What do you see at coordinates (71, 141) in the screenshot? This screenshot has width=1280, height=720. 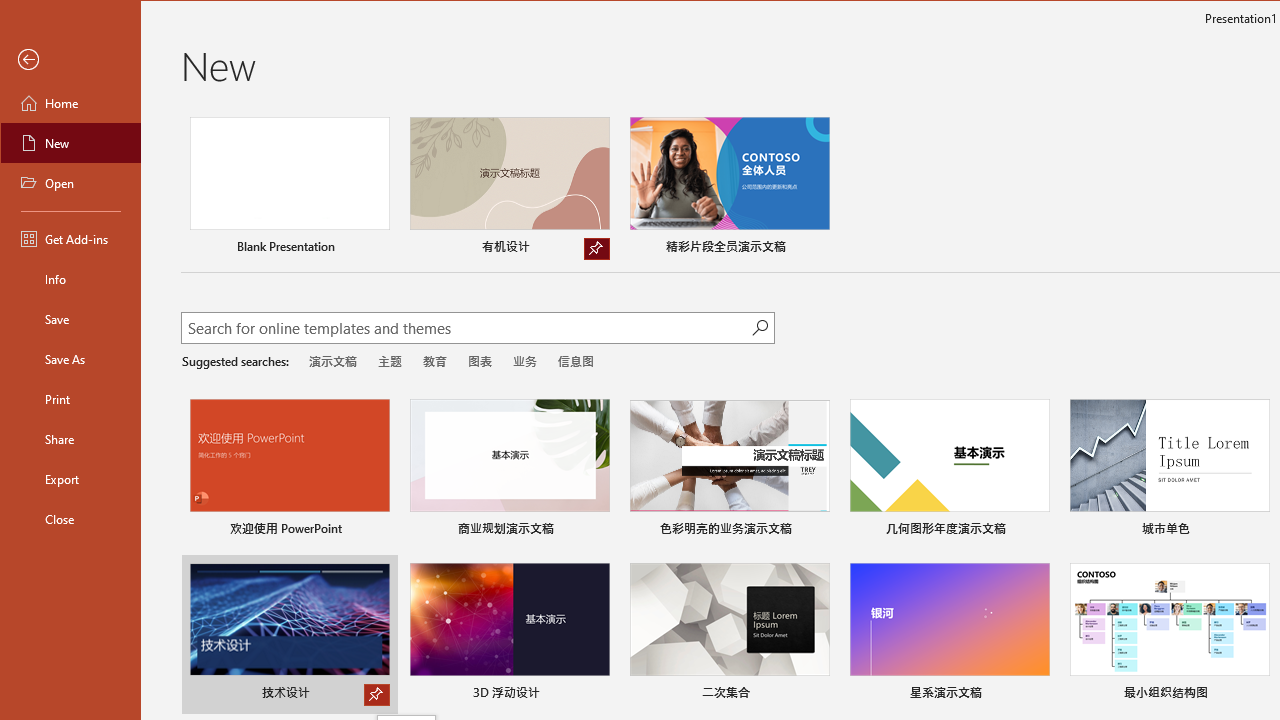 I see `'New'` at bounding box center [71, 141].